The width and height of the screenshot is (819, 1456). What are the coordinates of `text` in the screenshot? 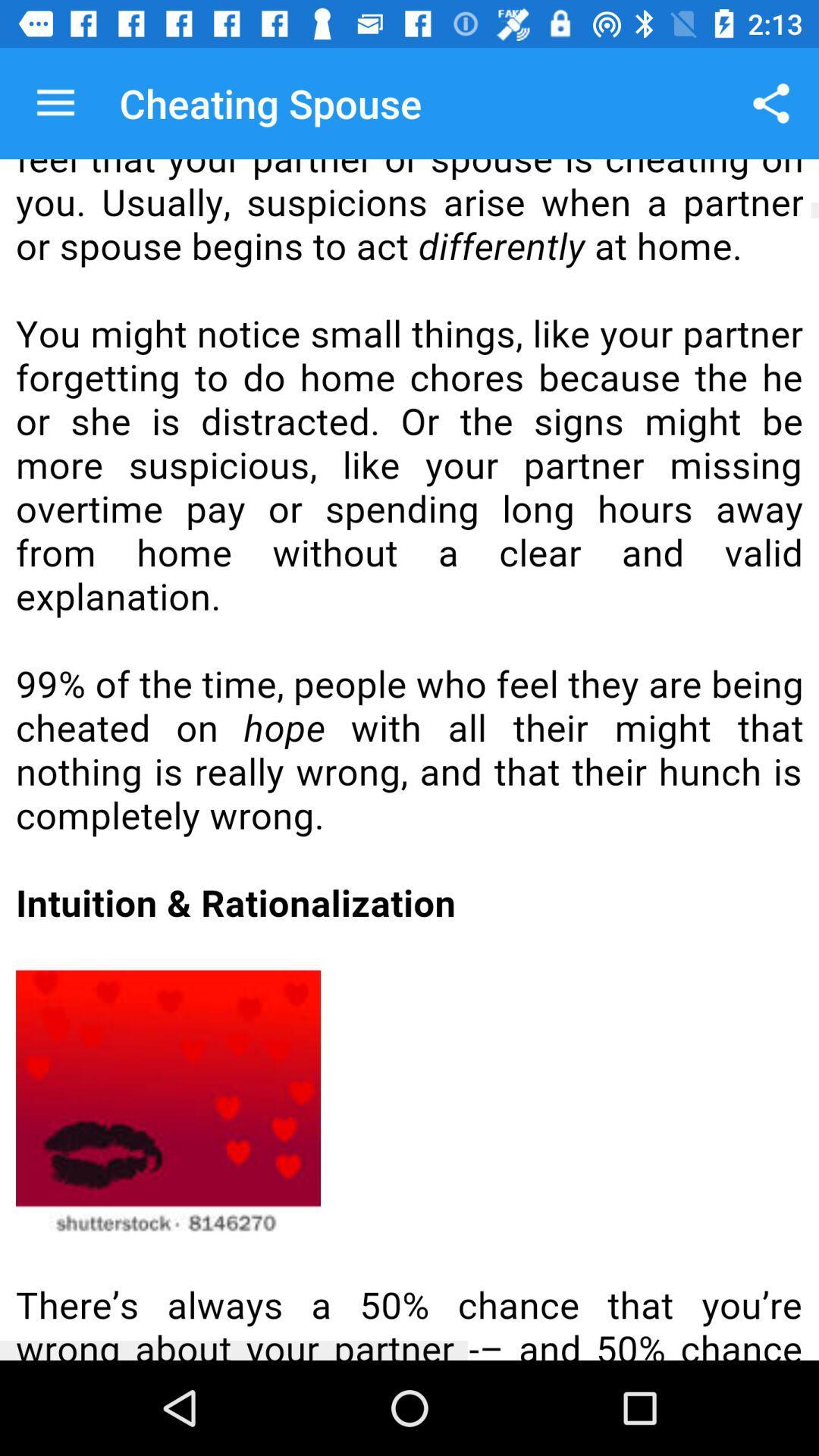 It's located at (409, 760).